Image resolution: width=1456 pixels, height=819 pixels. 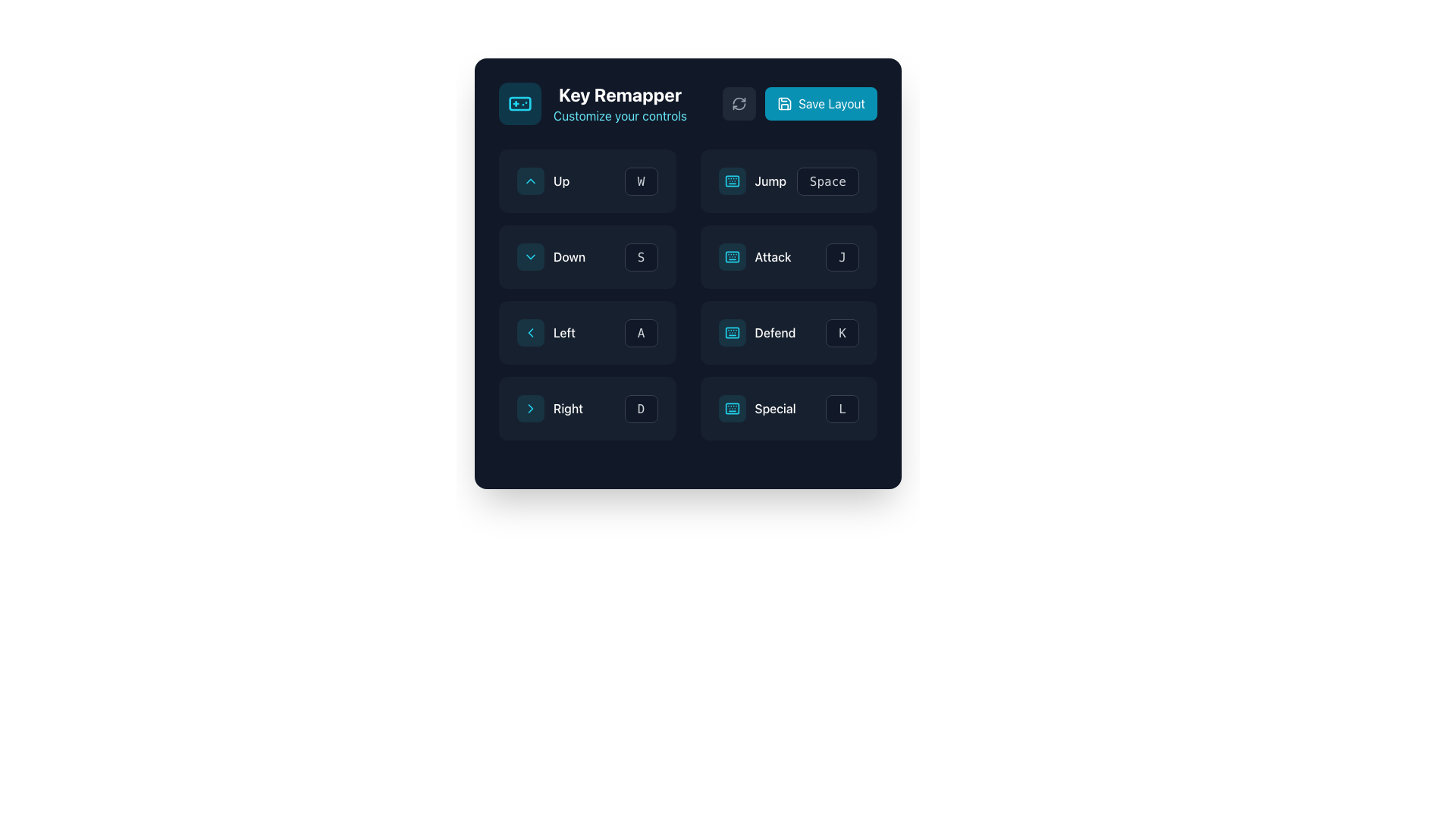 What do you see at coordinates (641, 256) in the screenshot?
I see `the 'Down' control button in the remapping interface` at bounding box center [641, 256].